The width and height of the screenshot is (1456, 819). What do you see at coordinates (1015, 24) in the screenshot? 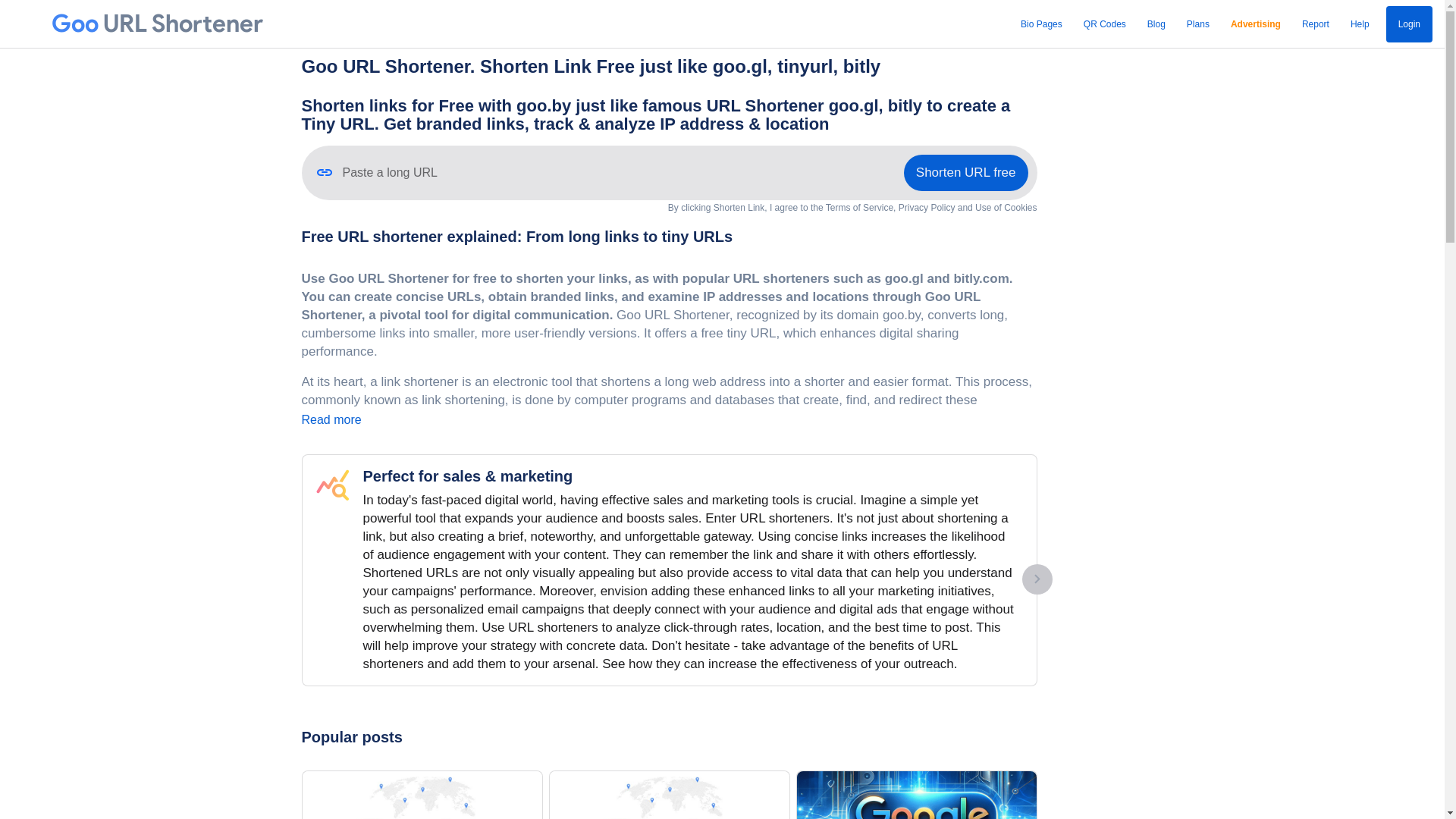
I see `'Bio Pages'` at bounding box center [1015, 24].